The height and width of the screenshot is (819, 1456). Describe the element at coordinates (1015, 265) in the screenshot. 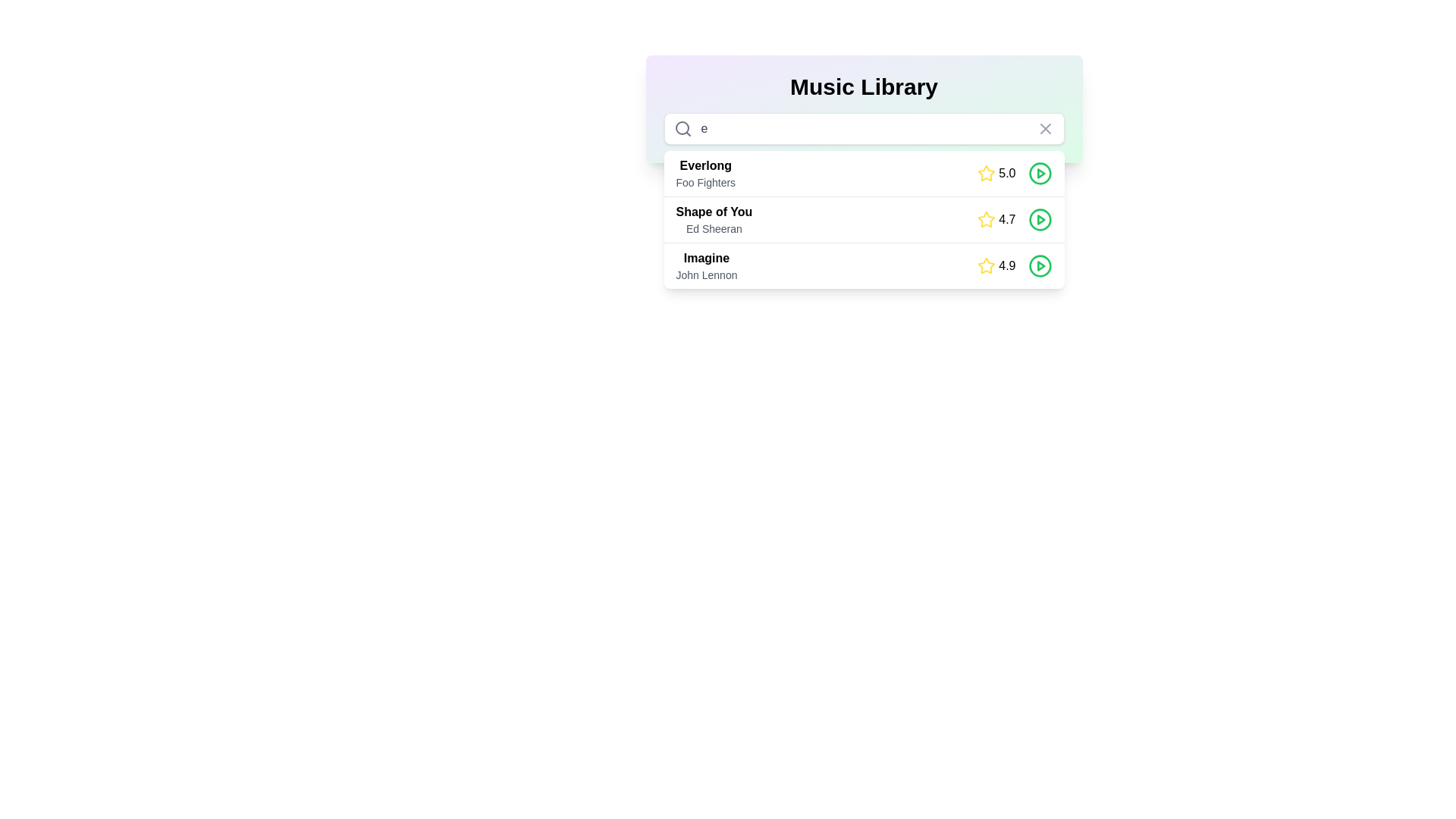

I see `the Rating indicator displaying a rating of 4.9 for the song 'Imagine' located in the third row of the 'Music Library' interface, to the right of the song details` at that location.